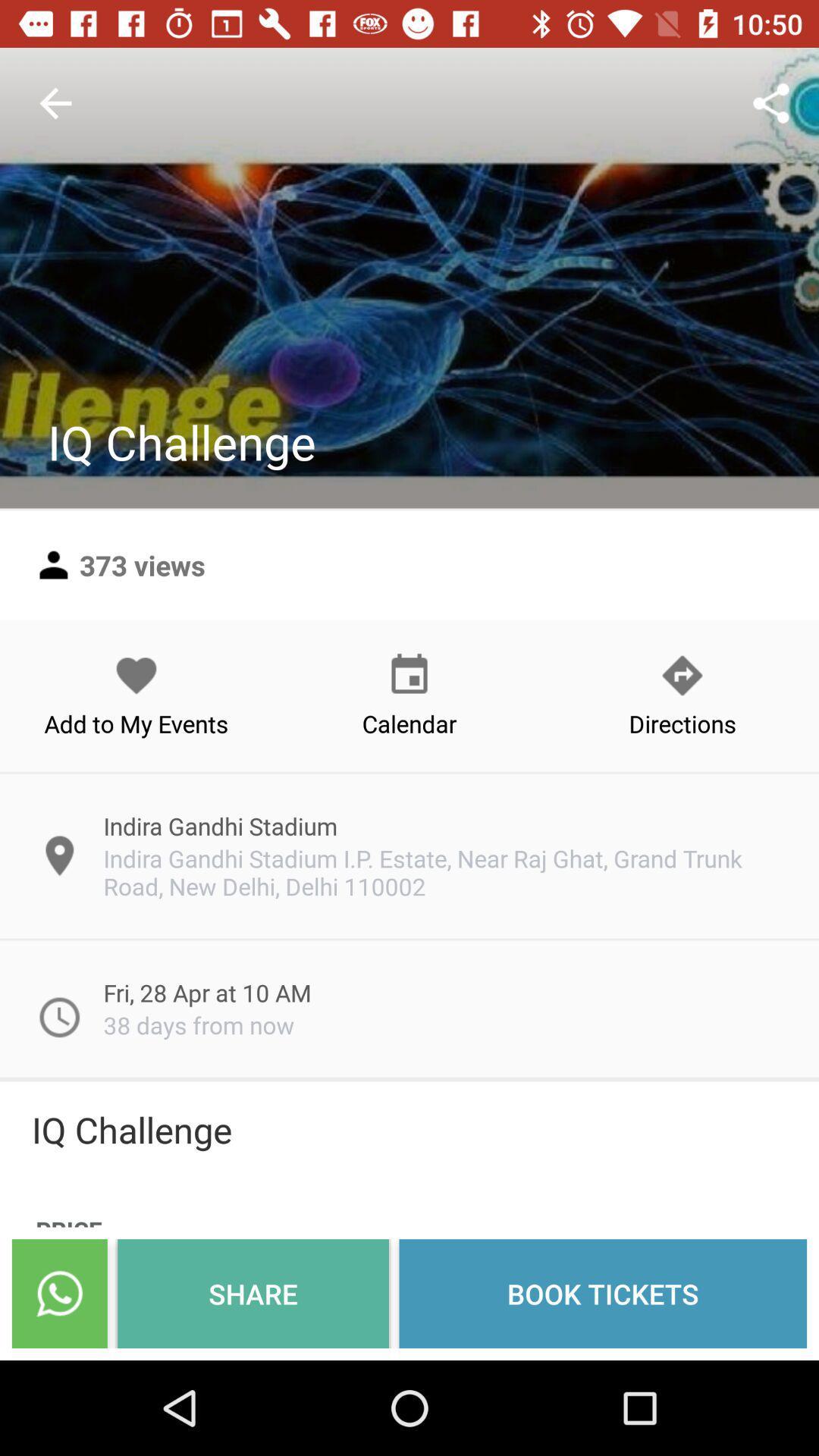  Describe the element at coordinates (136, 695) in the screenshot. I see `add to my icon` at that location.